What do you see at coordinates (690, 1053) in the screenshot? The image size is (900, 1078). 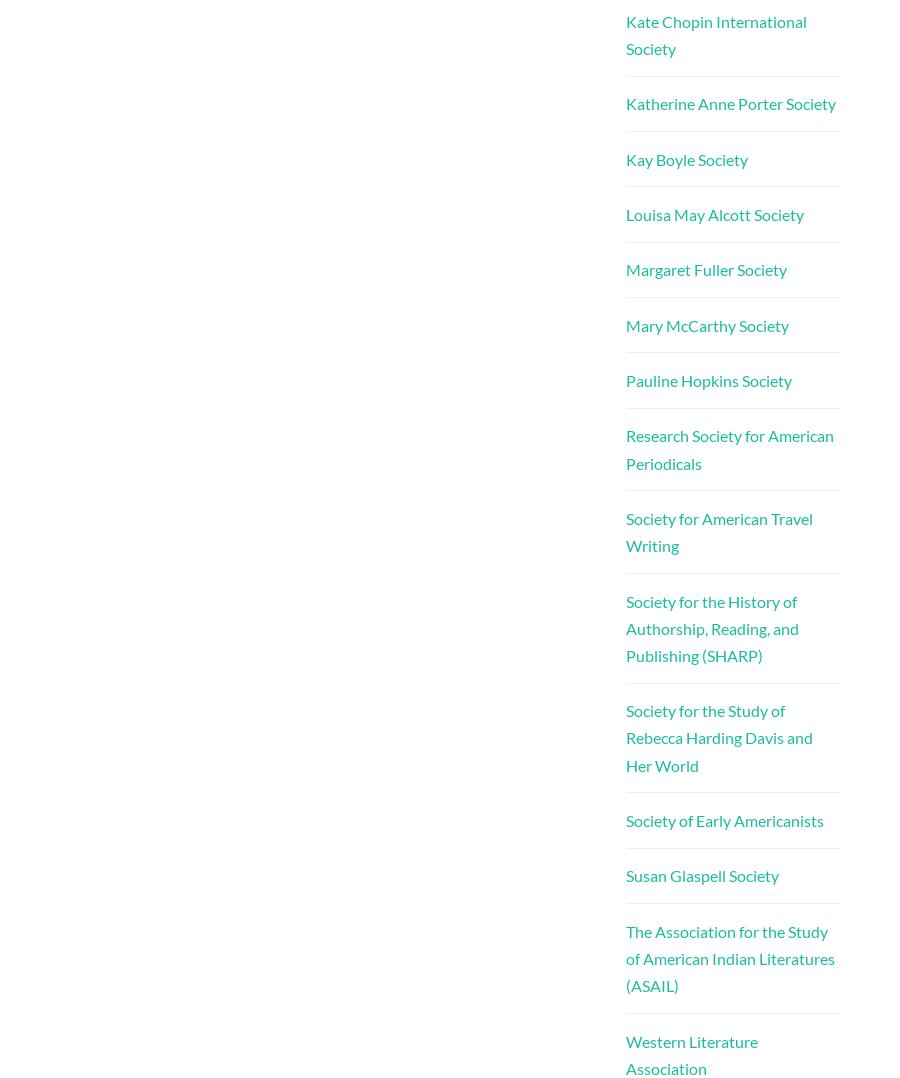 I see `'Western Literature Association'` at bounding box center [690, 1053].